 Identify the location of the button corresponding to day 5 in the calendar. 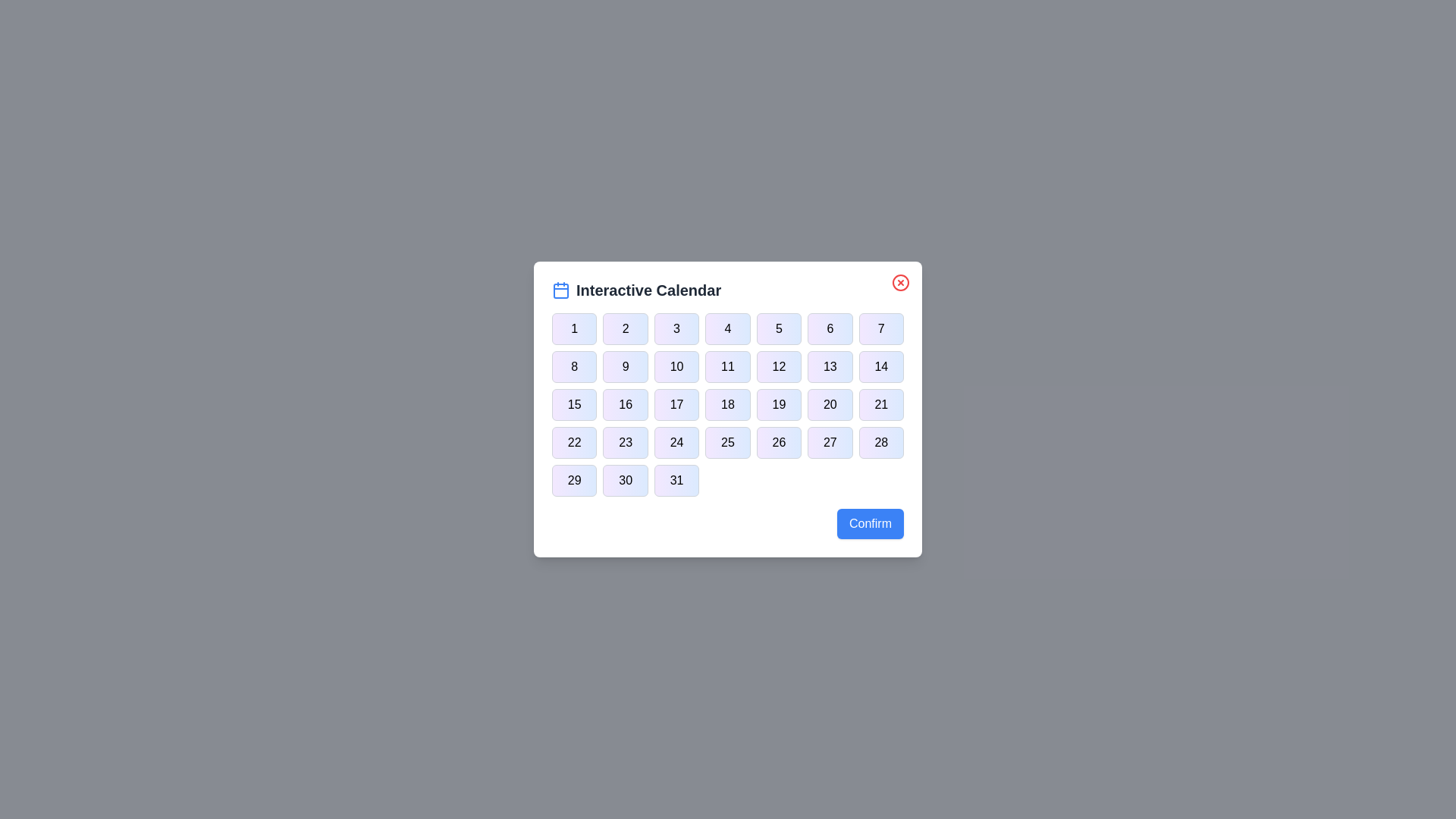
(779, 328).